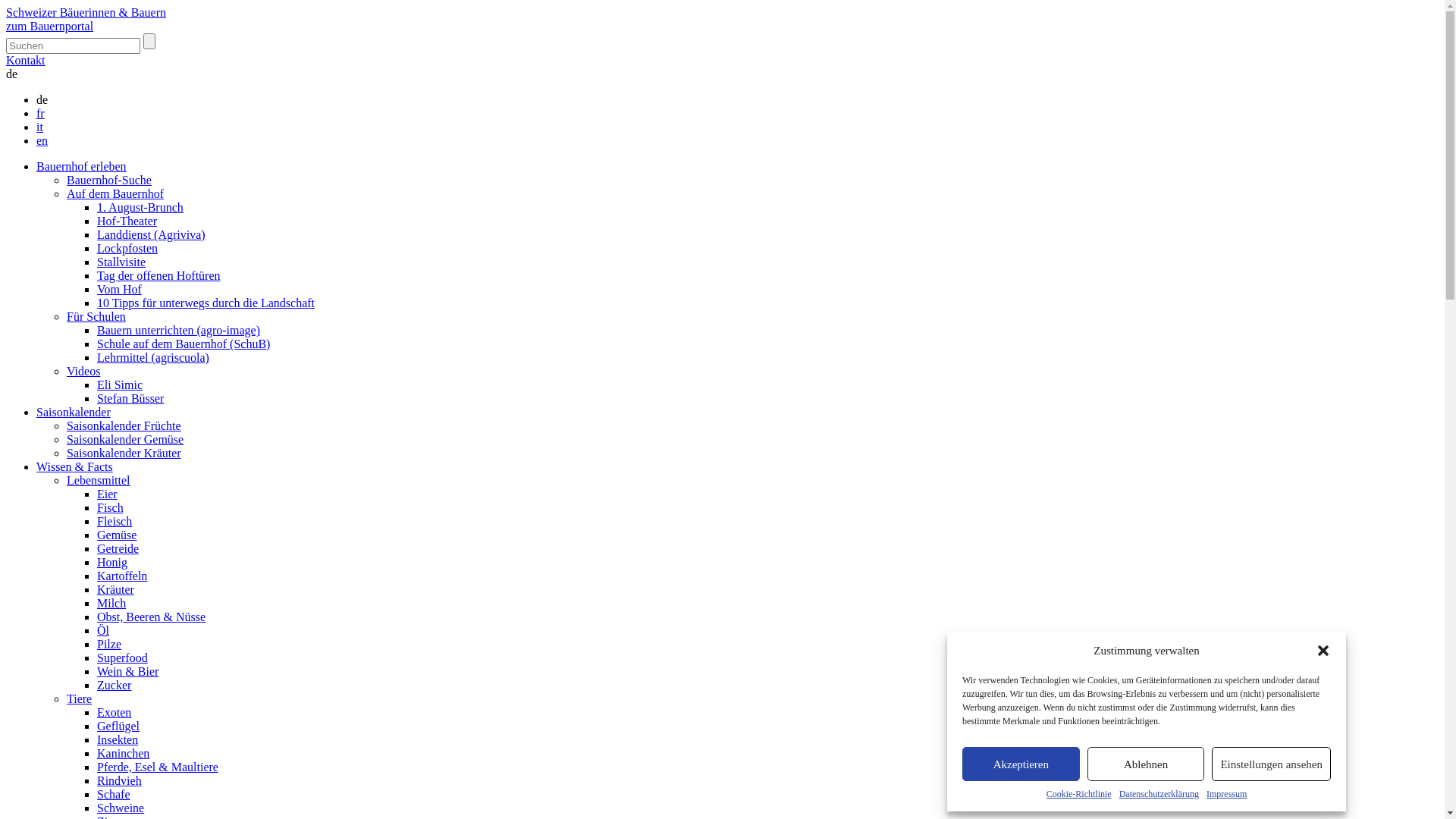 This screenshot has height=819, width=1456. Describe the element at coordinates (42, 140) in the screenshot. I see `'en'` at that location.